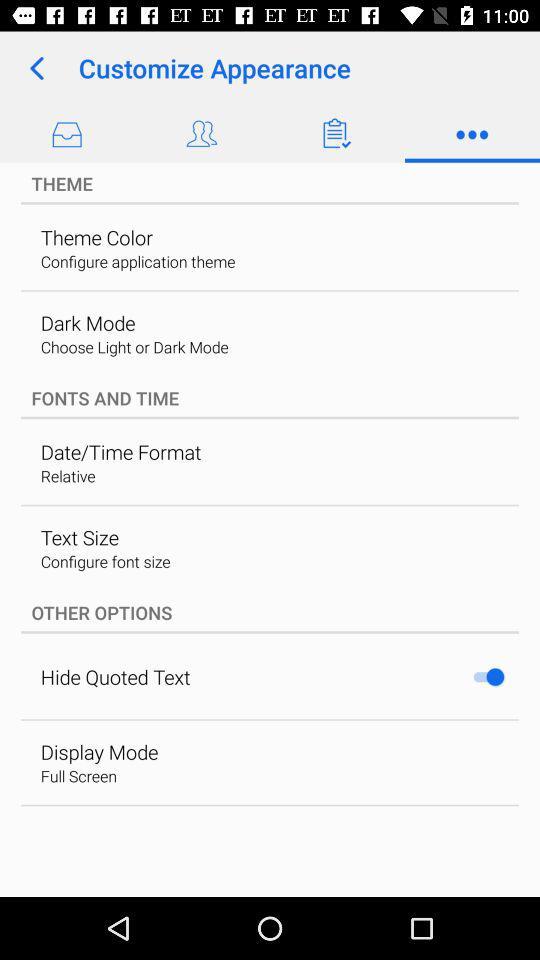 This screenshot has width=540, height=960. What do you see at coordinates (487, 677) in the screenshot?
I see `the icon to the right of hide quoted text item` at bounding box center [487, 677].